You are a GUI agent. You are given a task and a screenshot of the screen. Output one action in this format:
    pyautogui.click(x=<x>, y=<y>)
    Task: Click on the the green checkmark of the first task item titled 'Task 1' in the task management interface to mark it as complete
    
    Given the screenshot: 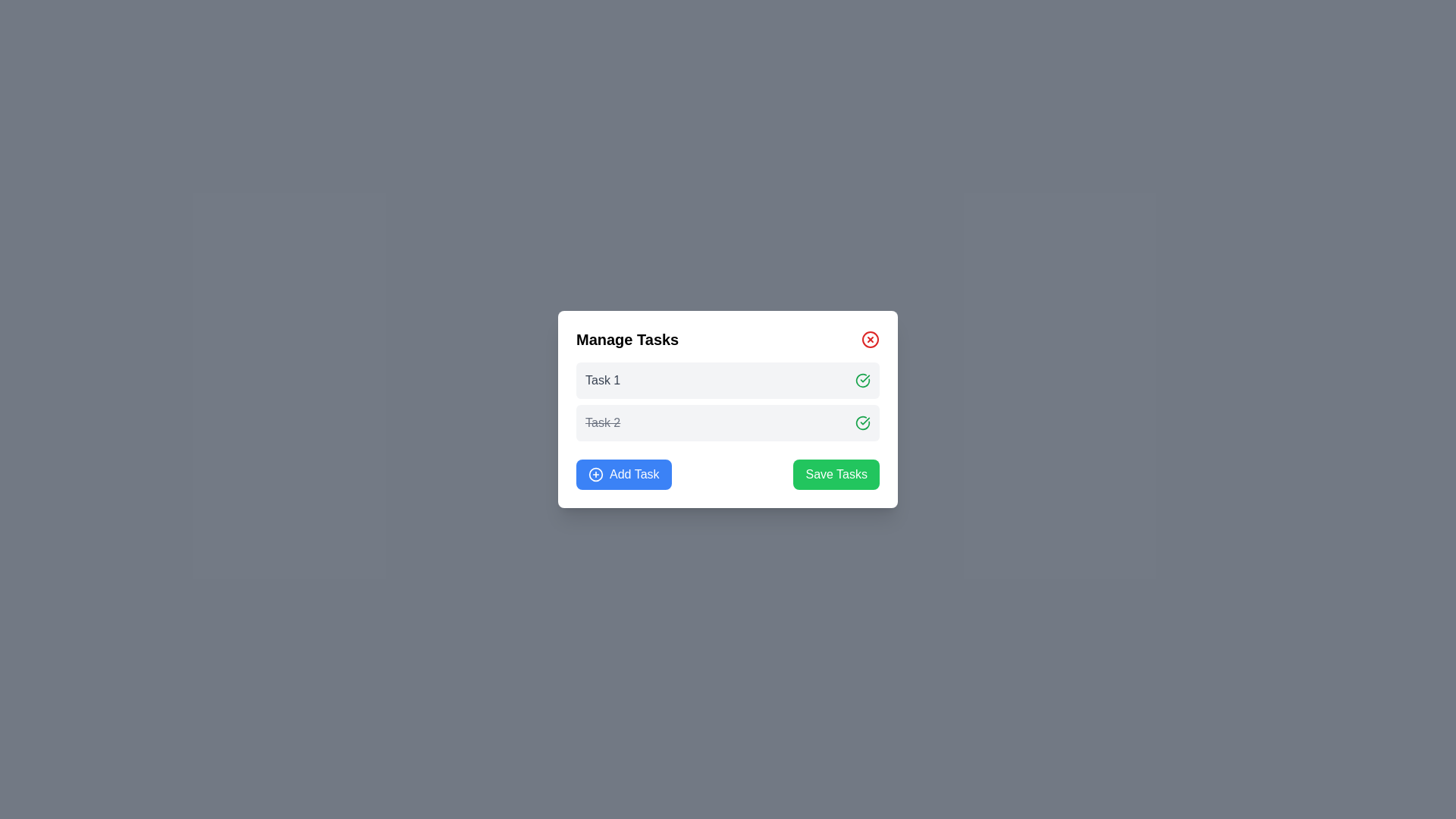 What is the action you would take?
    pyautogui.click(x=728, y=379)
    